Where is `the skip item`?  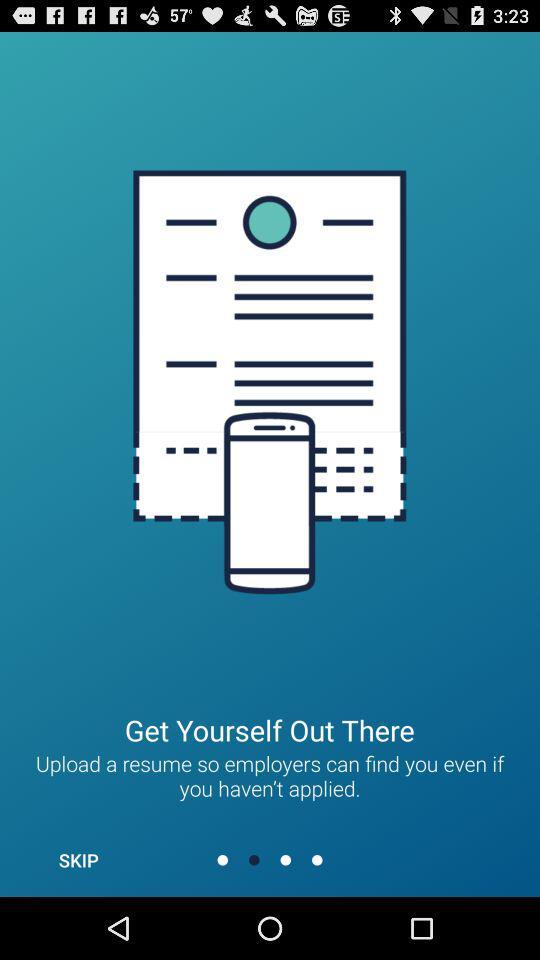
the skip item is located at coordinates (77, 859).